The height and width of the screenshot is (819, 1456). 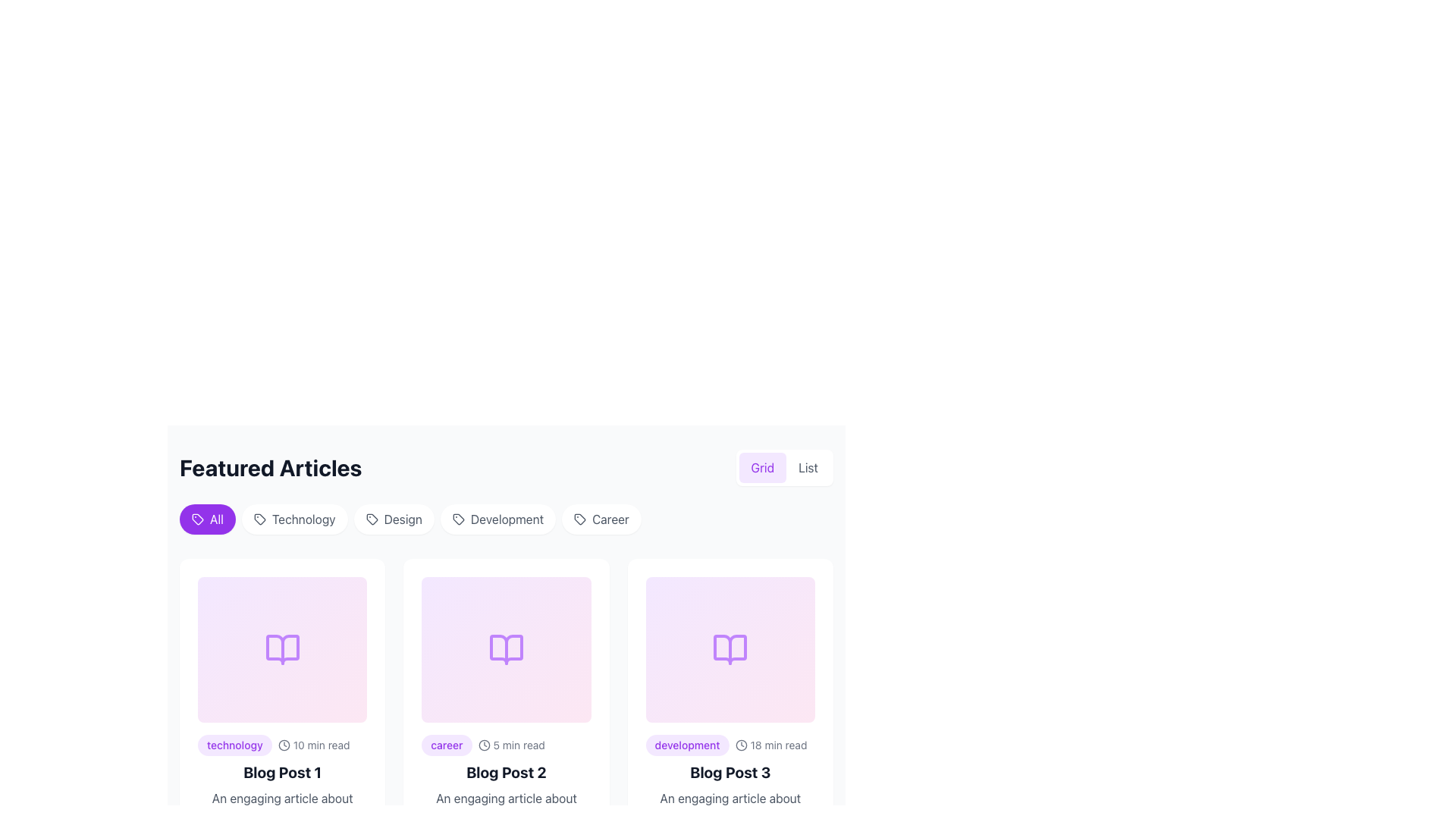 What do you see at coordinates (282, 772) in the screenshot?
I see `static text heading that boldly displays 'Blog Post 1', styled with a large font size and dark gray color, positioned below the tag 'technology'` at bounding box center [282, 772].